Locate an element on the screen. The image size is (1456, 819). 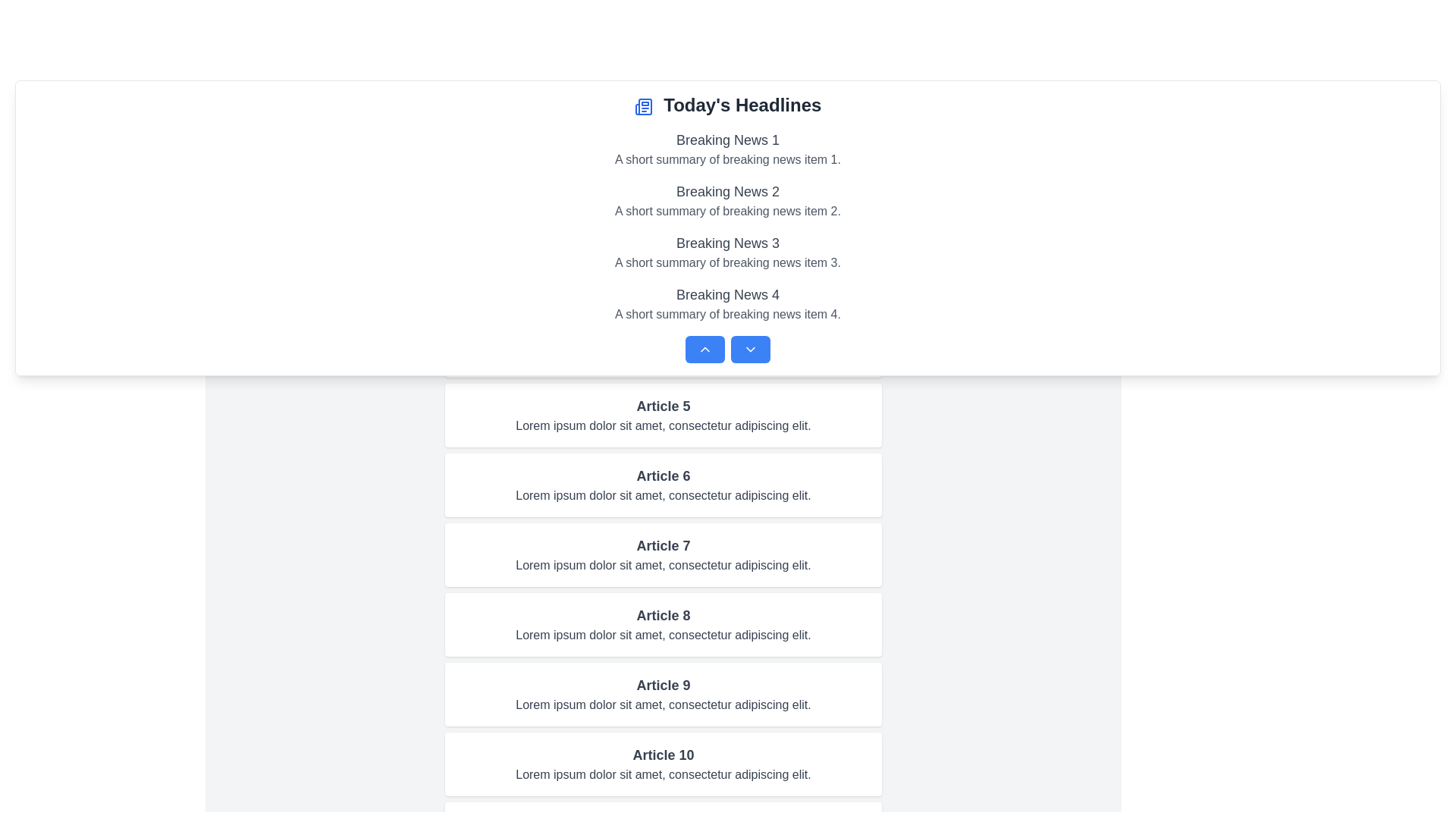
the display card located in the eighth position of a vertically arranged list of article previews is located at coordinates (663, 625).